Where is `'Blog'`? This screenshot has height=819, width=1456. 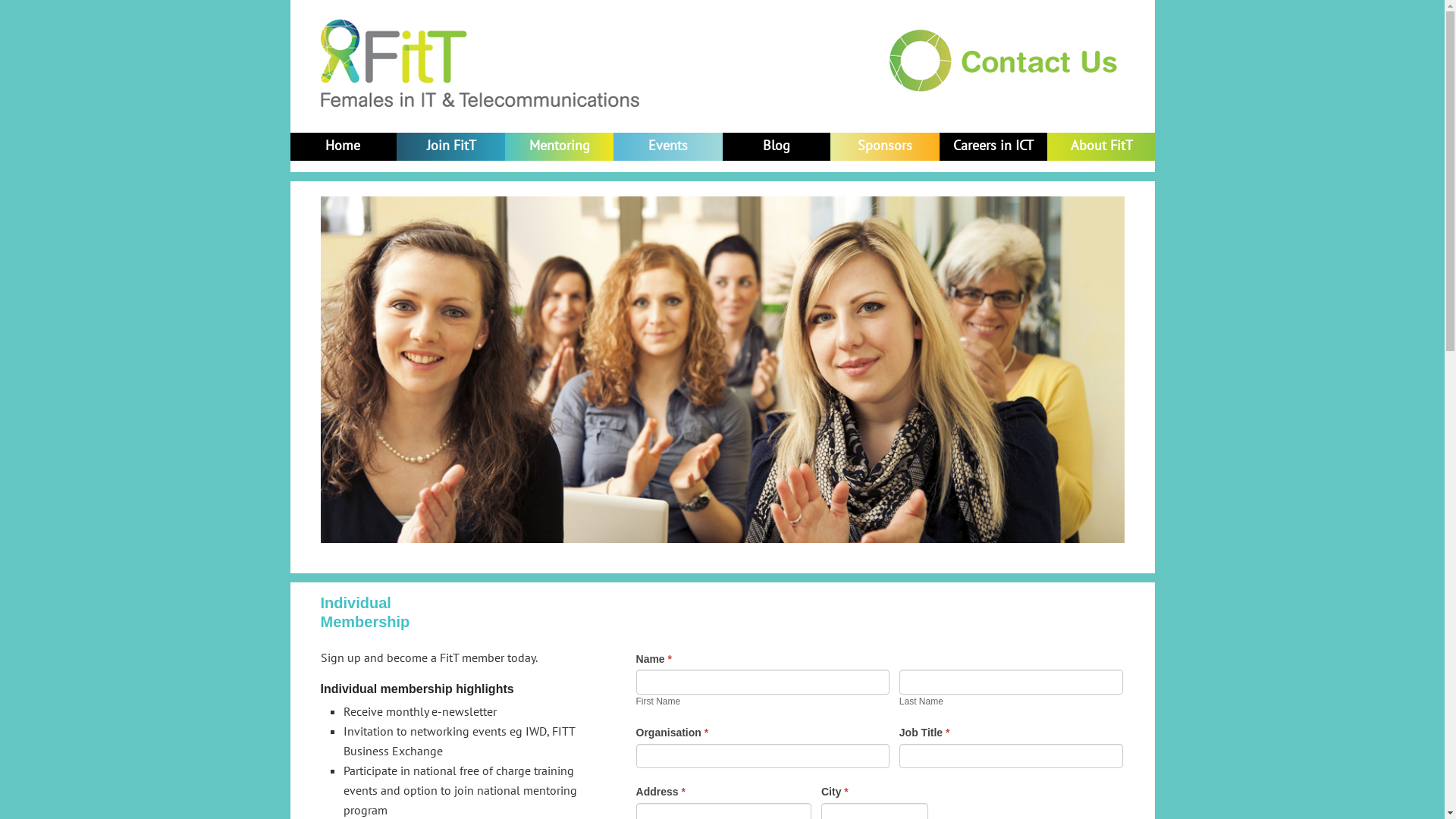 'Blog' is located at coordinates (776, 146).